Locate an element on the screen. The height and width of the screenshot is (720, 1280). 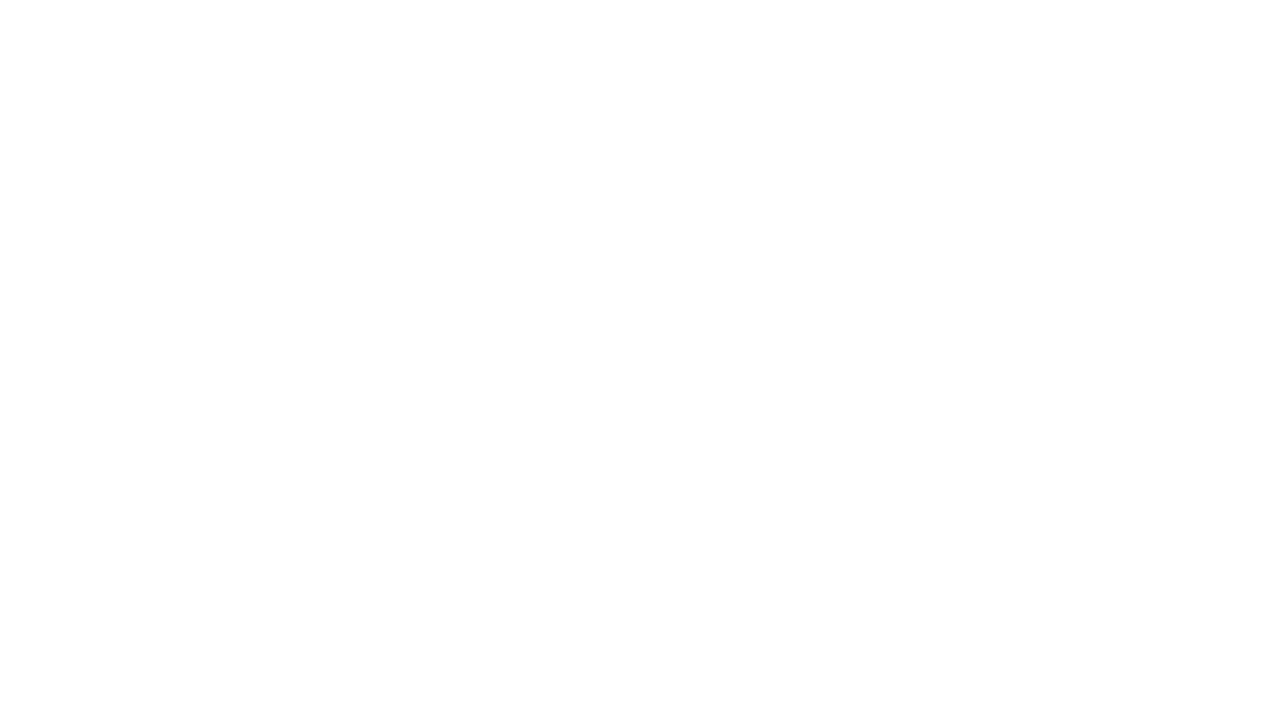
'Find what' is located at coordinates (141, 57).